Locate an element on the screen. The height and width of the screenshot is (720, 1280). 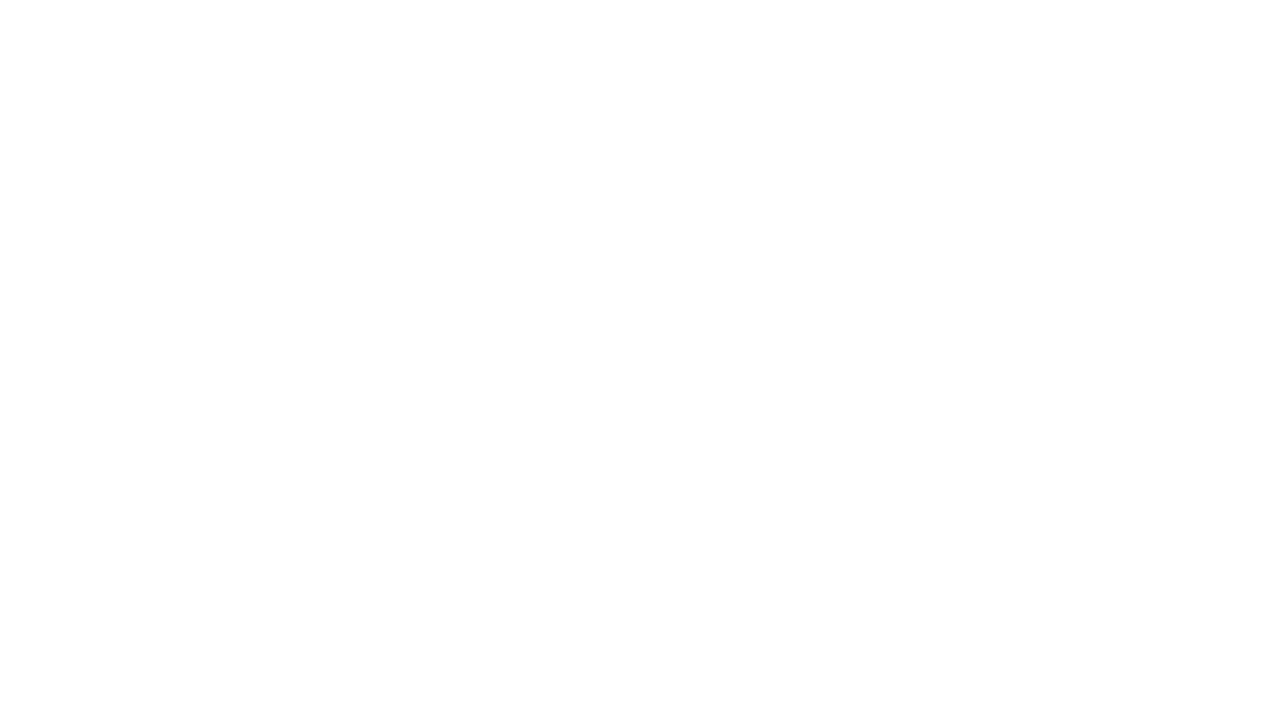
'Find what' is located at coordinates (141, 57).